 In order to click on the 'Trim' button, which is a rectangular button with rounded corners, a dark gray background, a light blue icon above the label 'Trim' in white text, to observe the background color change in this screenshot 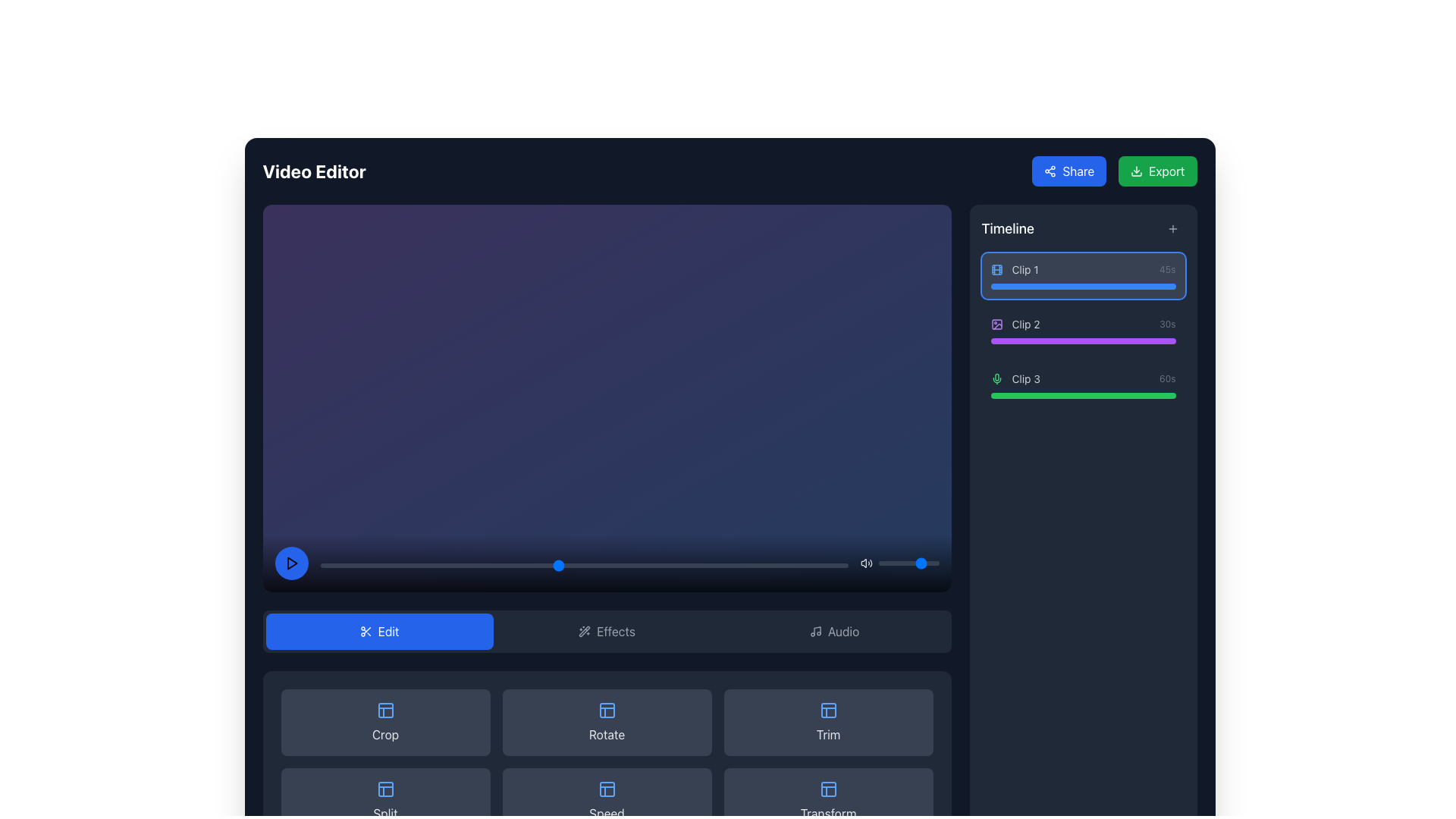, I will do `click(827, 721)`.